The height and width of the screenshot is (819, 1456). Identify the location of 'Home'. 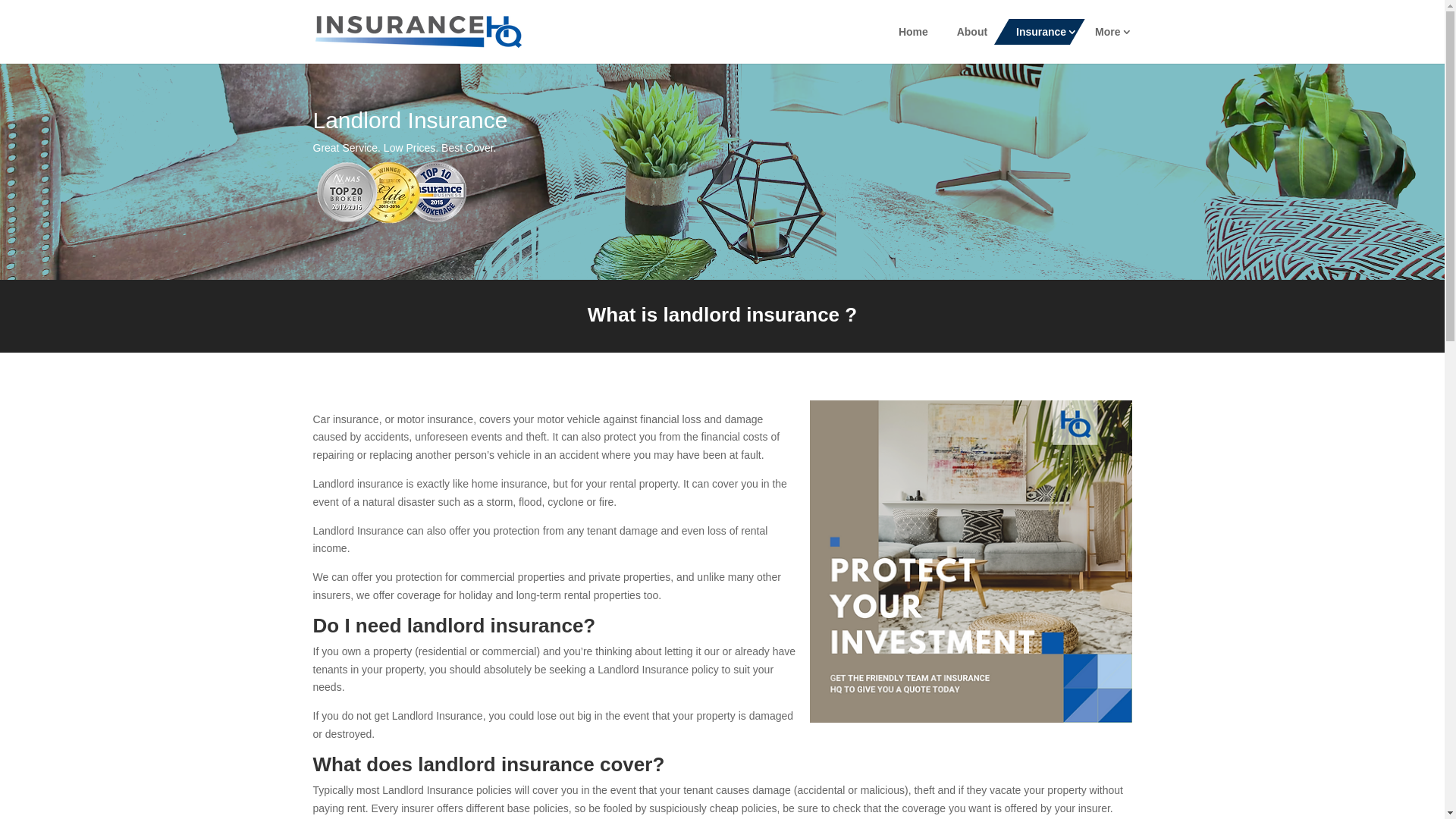
(912, 32).